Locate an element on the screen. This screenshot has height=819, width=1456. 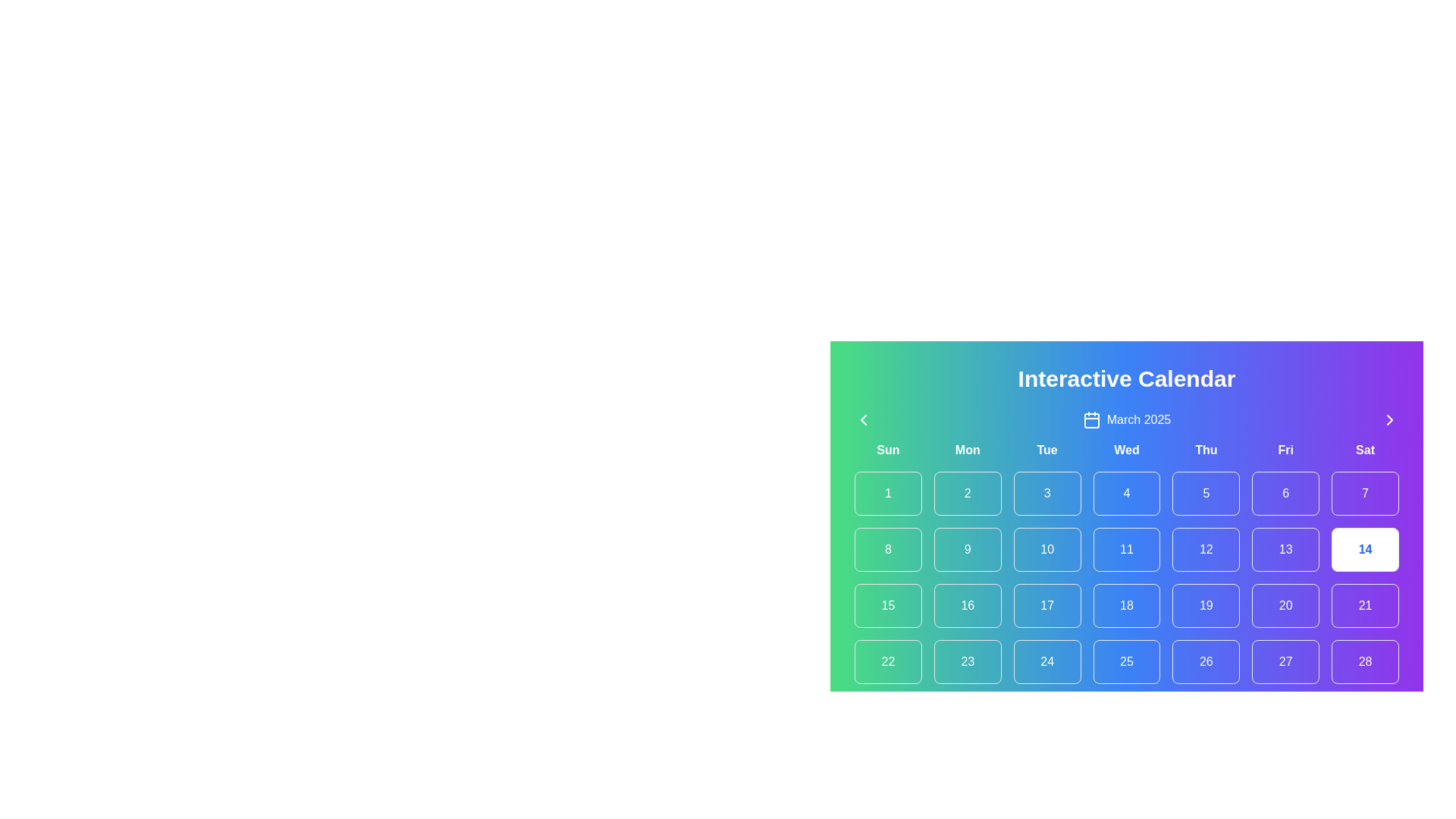
the Calendar Date Tile representing the 8th day, located under the 'Sun' column in the second row of date tiles is located at coordinates (888, 550).